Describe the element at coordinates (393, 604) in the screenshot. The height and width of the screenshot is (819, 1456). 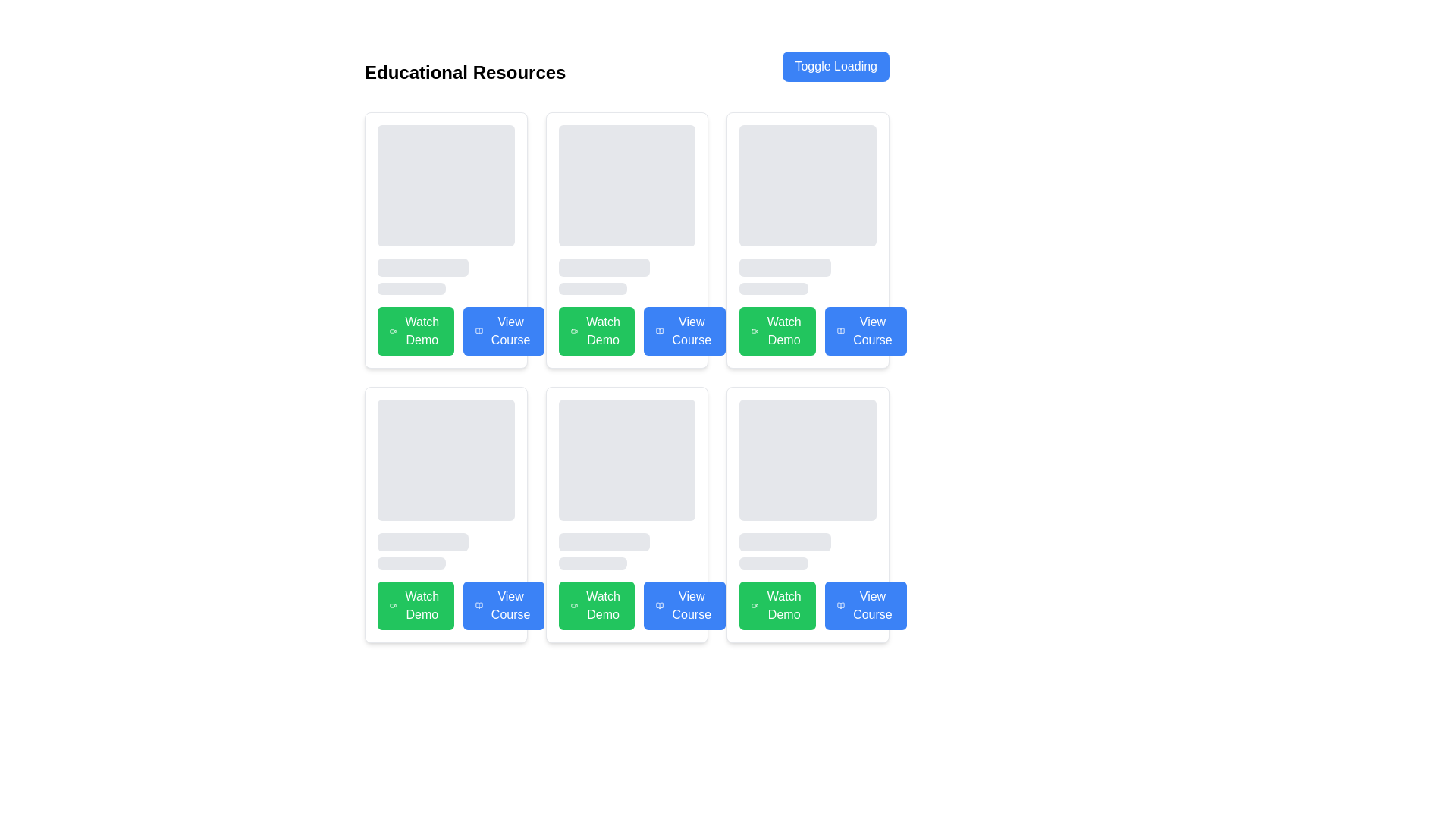
I see `the green 'Watch Demo' button icon resembling a video camera located at the bottom-left corner of the fourth item in a grid layout` at that location.